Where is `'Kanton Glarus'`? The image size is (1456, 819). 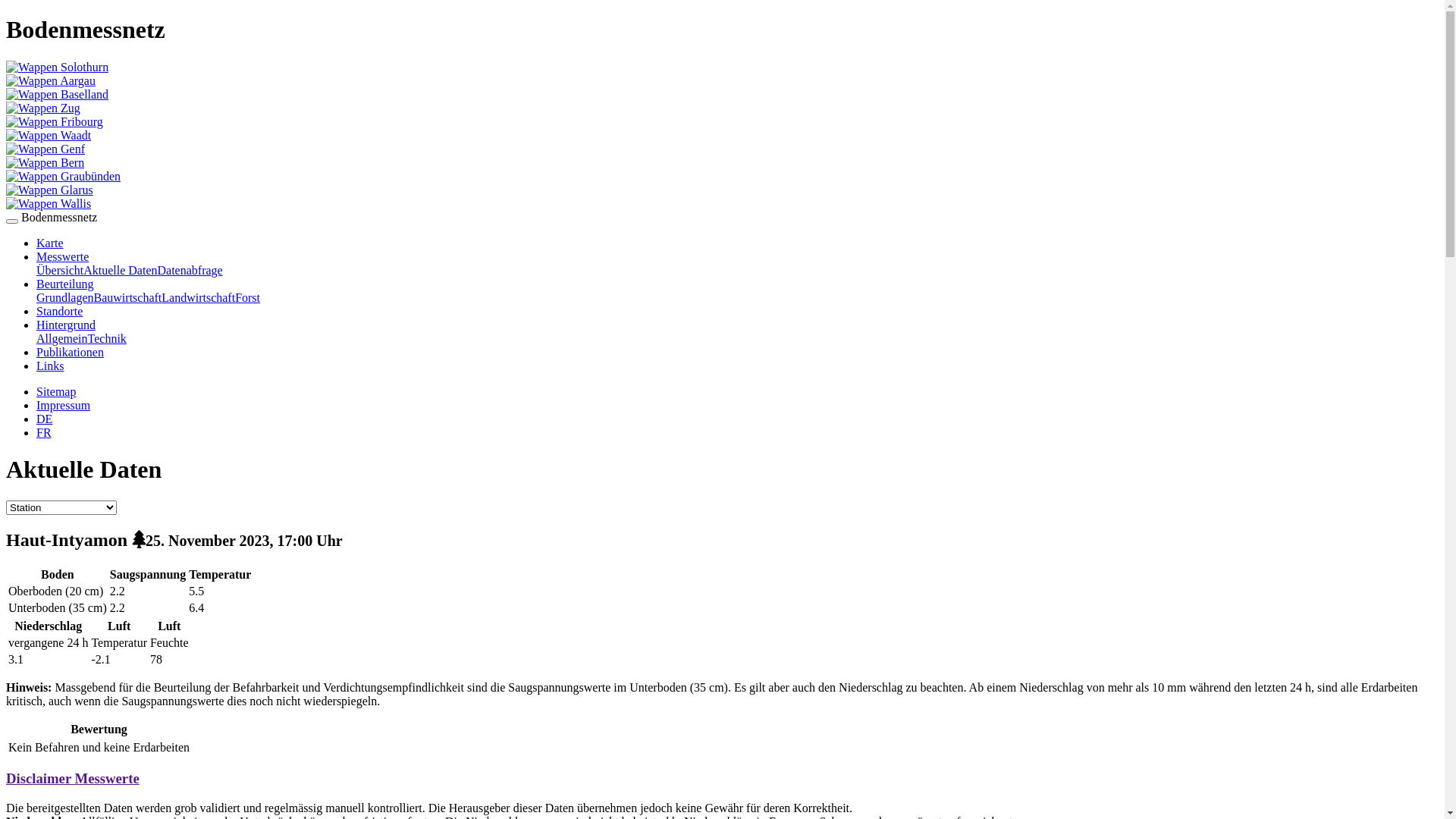
'Kanton Glarus' is located at coordinates (6, 189).